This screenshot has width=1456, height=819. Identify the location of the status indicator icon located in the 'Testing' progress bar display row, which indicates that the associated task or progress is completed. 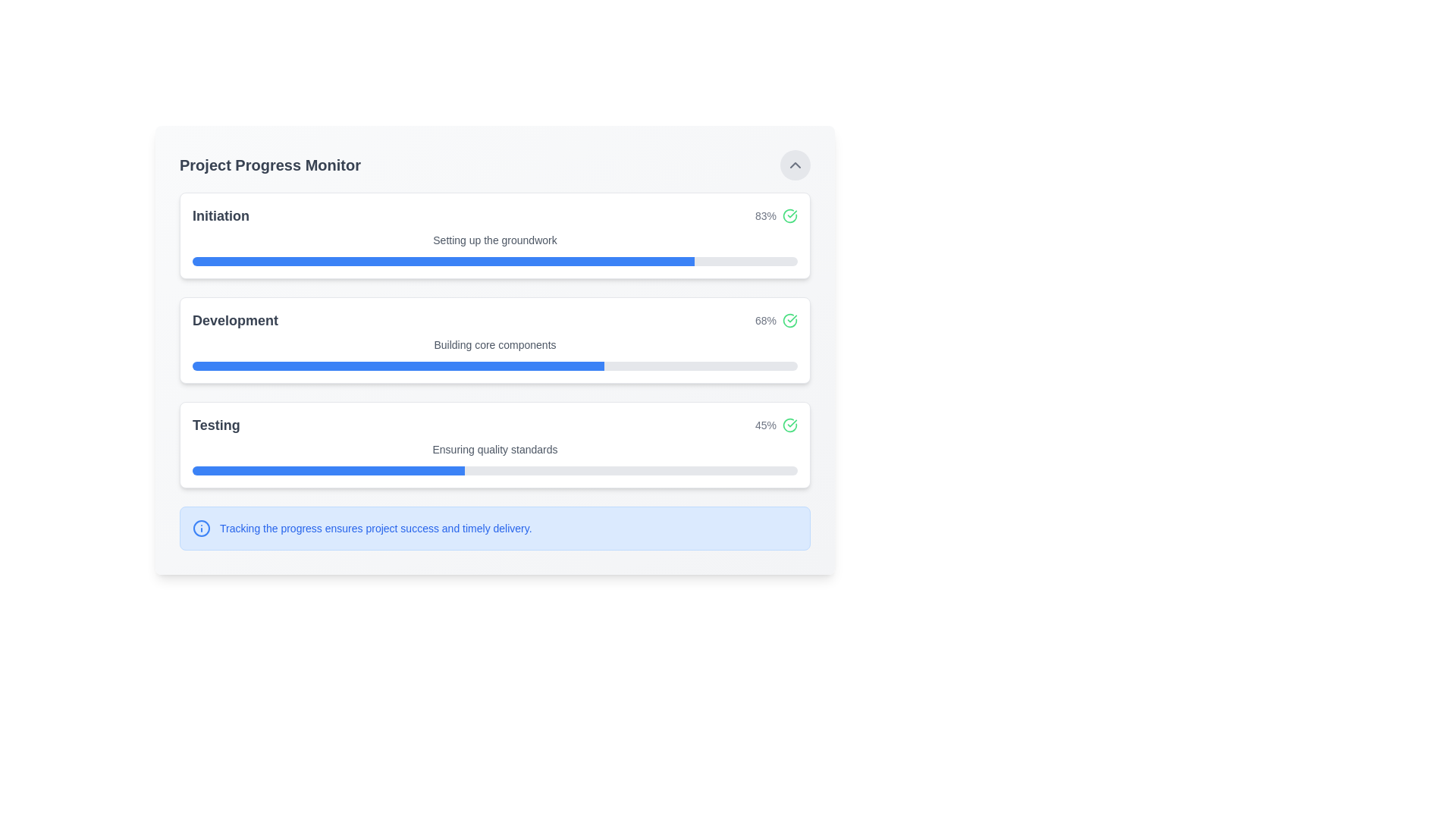
(789, 425).